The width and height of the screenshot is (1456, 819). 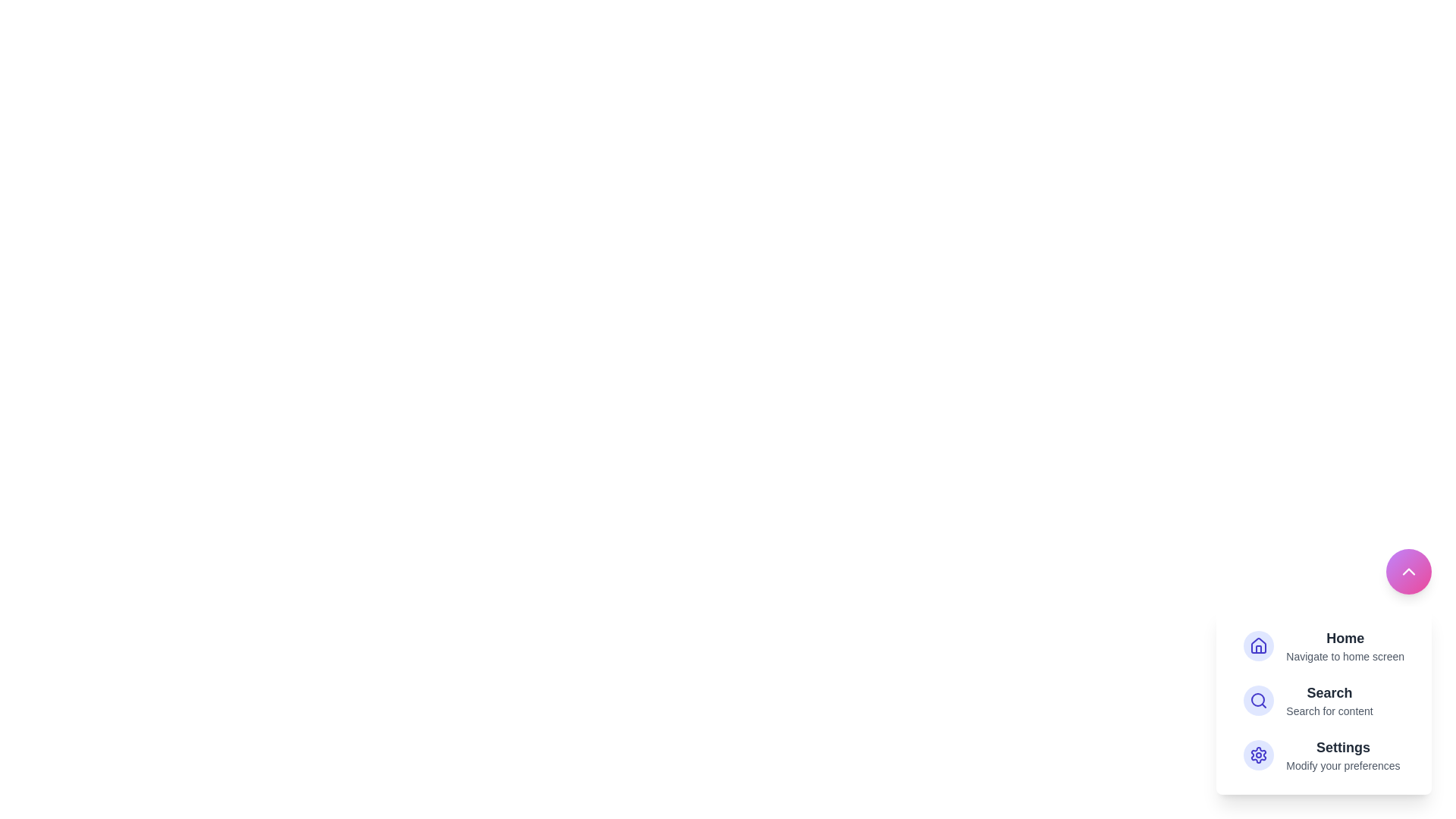 What do you see at coordinates (1343, 755) in the screenshot?
I see `the 'Settings' option in the menu` at bounding box center [1343, 755].